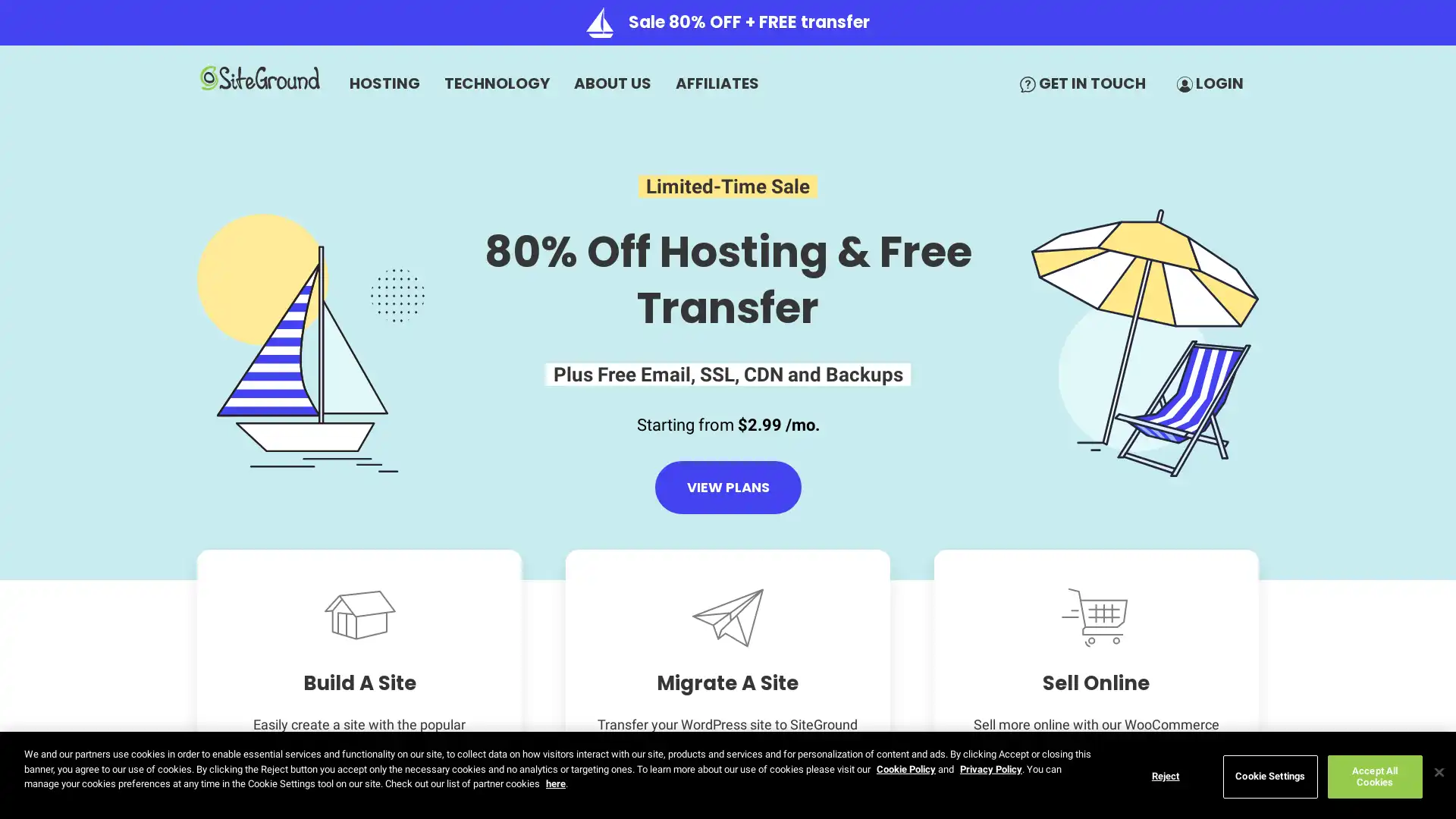  I want to click on Accept All Cookies, so click(1374, 776).